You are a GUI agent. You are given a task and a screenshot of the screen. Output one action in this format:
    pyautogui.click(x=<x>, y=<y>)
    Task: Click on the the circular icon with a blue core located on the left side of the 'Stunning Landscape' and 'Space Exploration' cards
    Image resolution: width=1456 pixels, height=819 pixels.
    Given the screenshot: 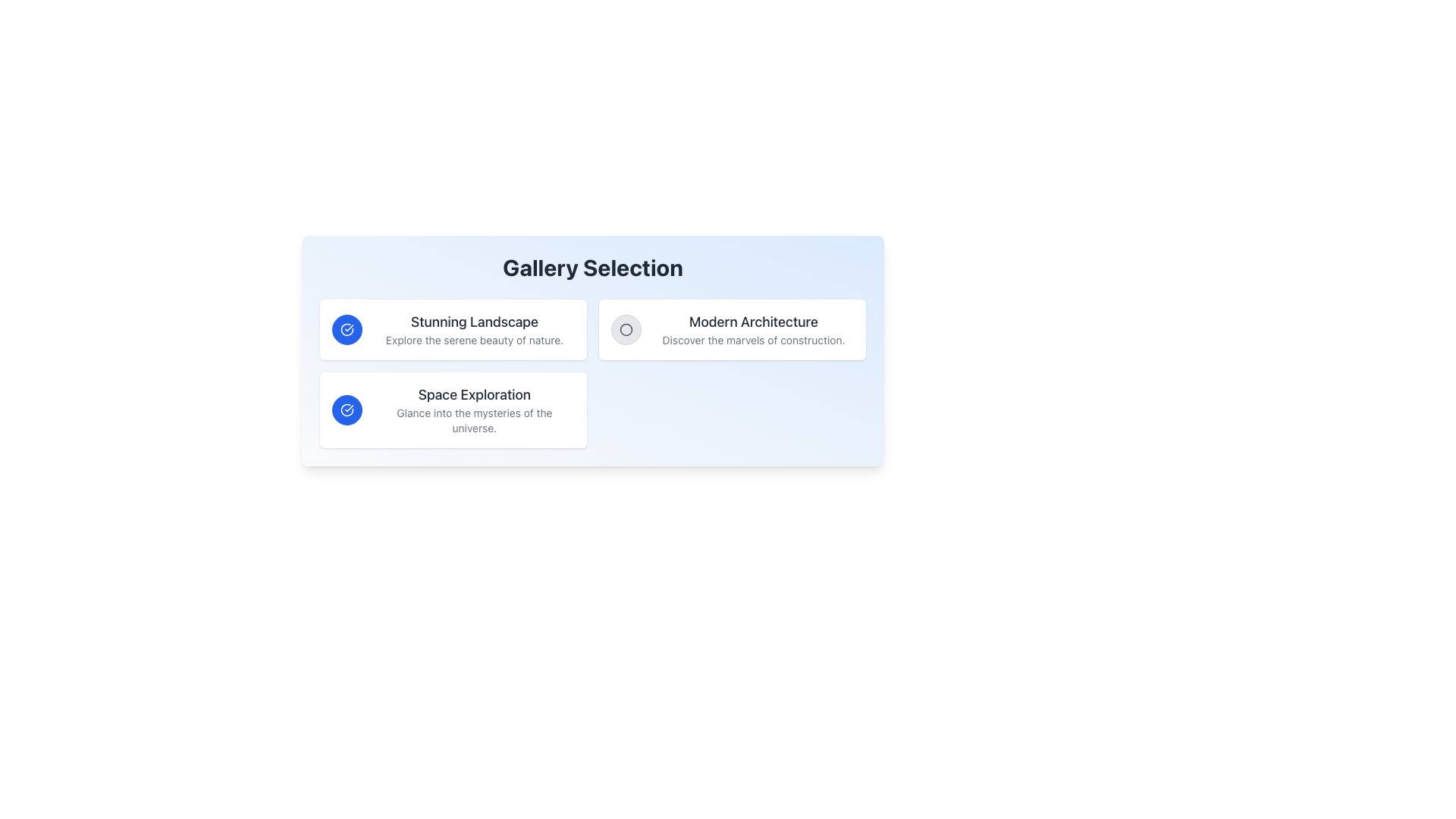 What is the action you would take?
    pyautogui.click(x=626, y=329)
    